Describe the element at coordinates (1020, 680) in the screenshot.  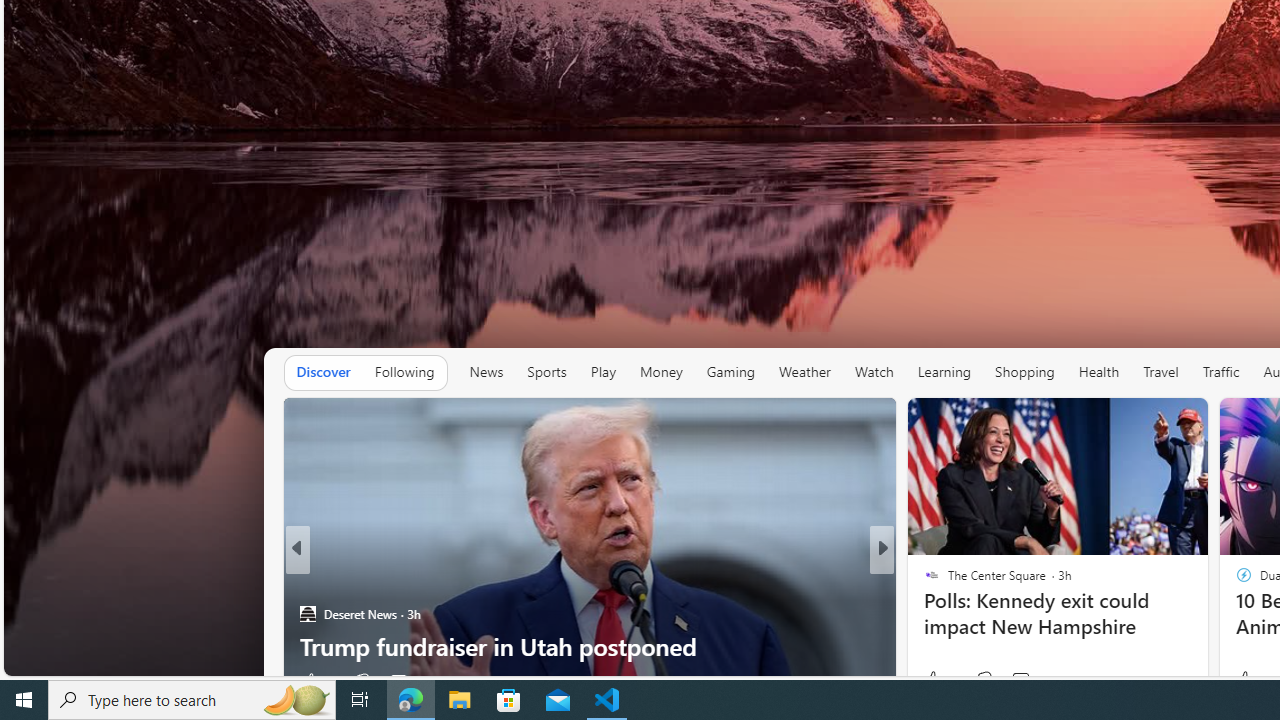
I see `'View comments 88 Comment'` at that location.